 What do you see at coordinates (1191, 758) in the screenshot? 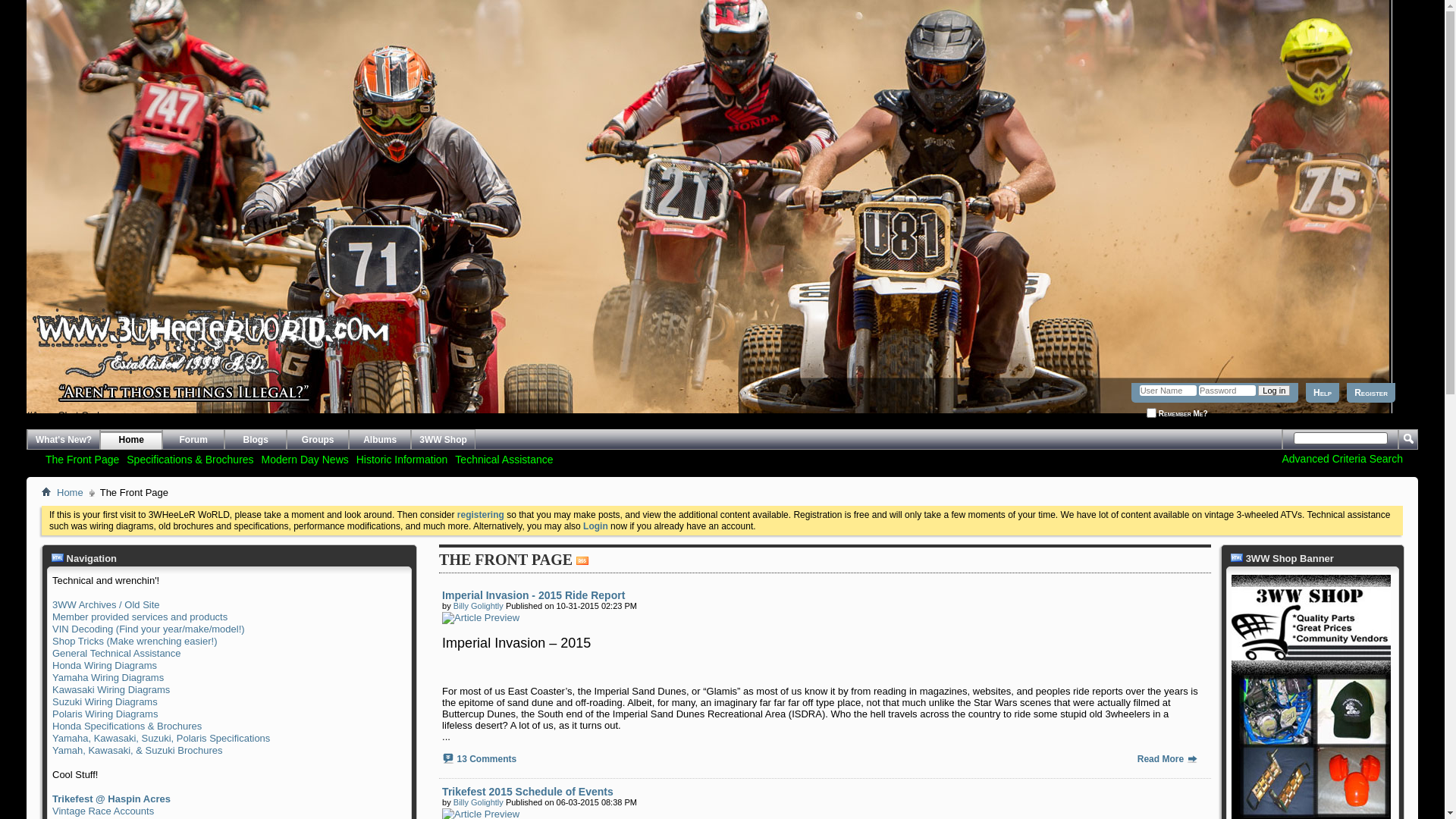
I see `'Read More'` at bounding box center [1191, 758].